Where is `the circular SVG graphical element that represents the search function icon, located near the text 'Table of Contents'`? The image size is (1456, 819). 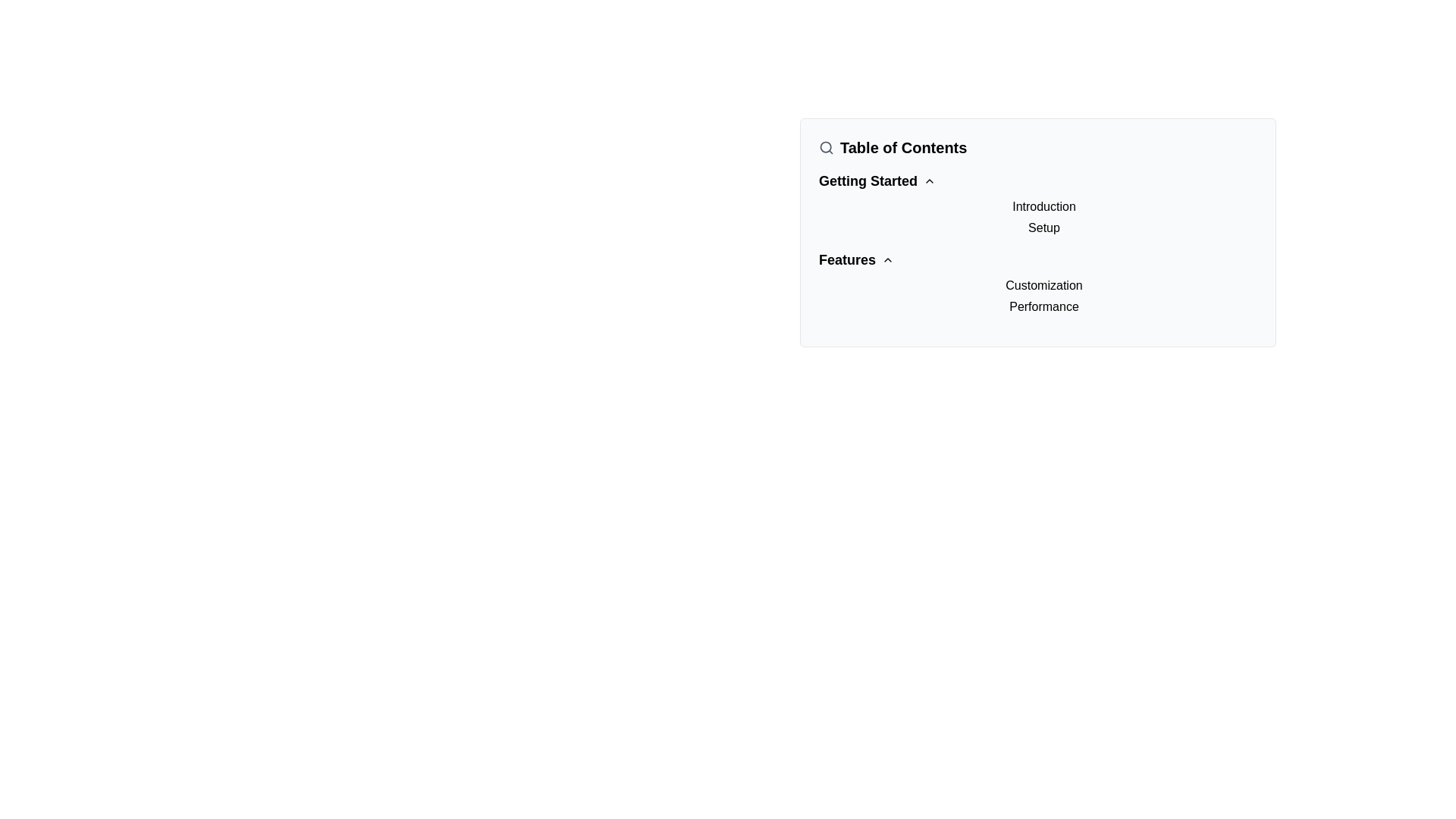
the circular SVG graphical element that represents the search function icon, located near the text 'Table of Contents' is located at coordinates (825, 147).